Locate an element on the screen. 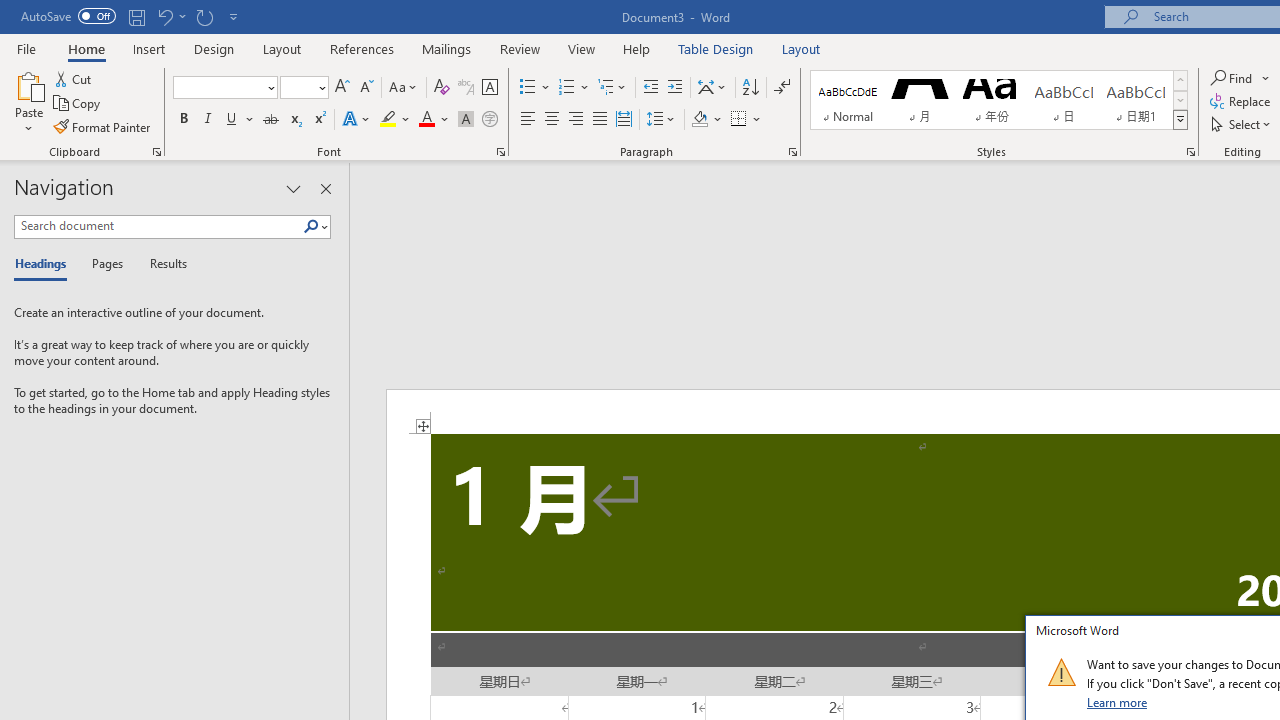 This screenshot has width=1280, height=720. 'Task Pane Options' is located at coordinates (292, 189).